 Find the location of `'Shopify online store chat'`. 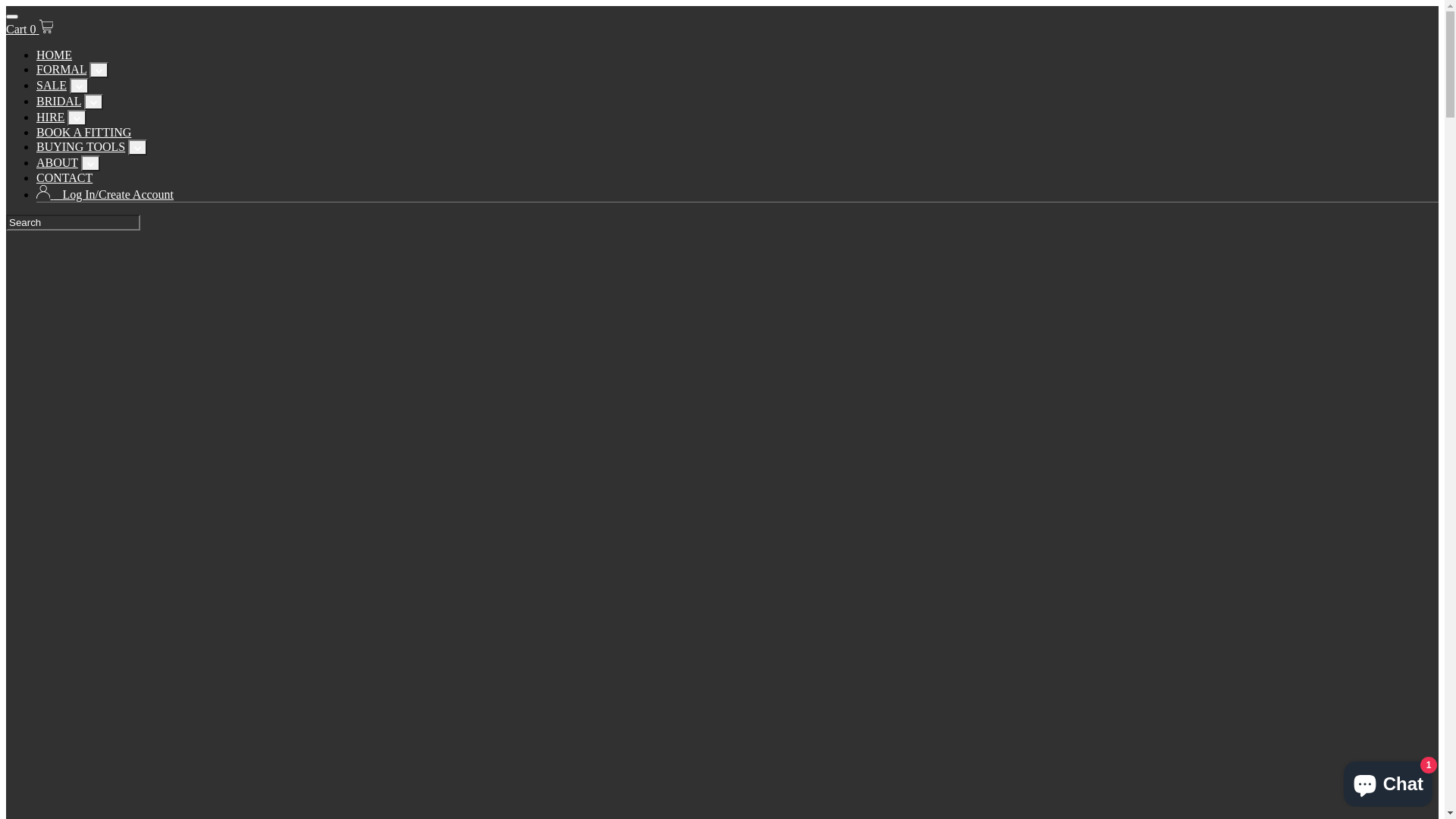

'Shopify online store chat' is located at coordinates (1388, 780).